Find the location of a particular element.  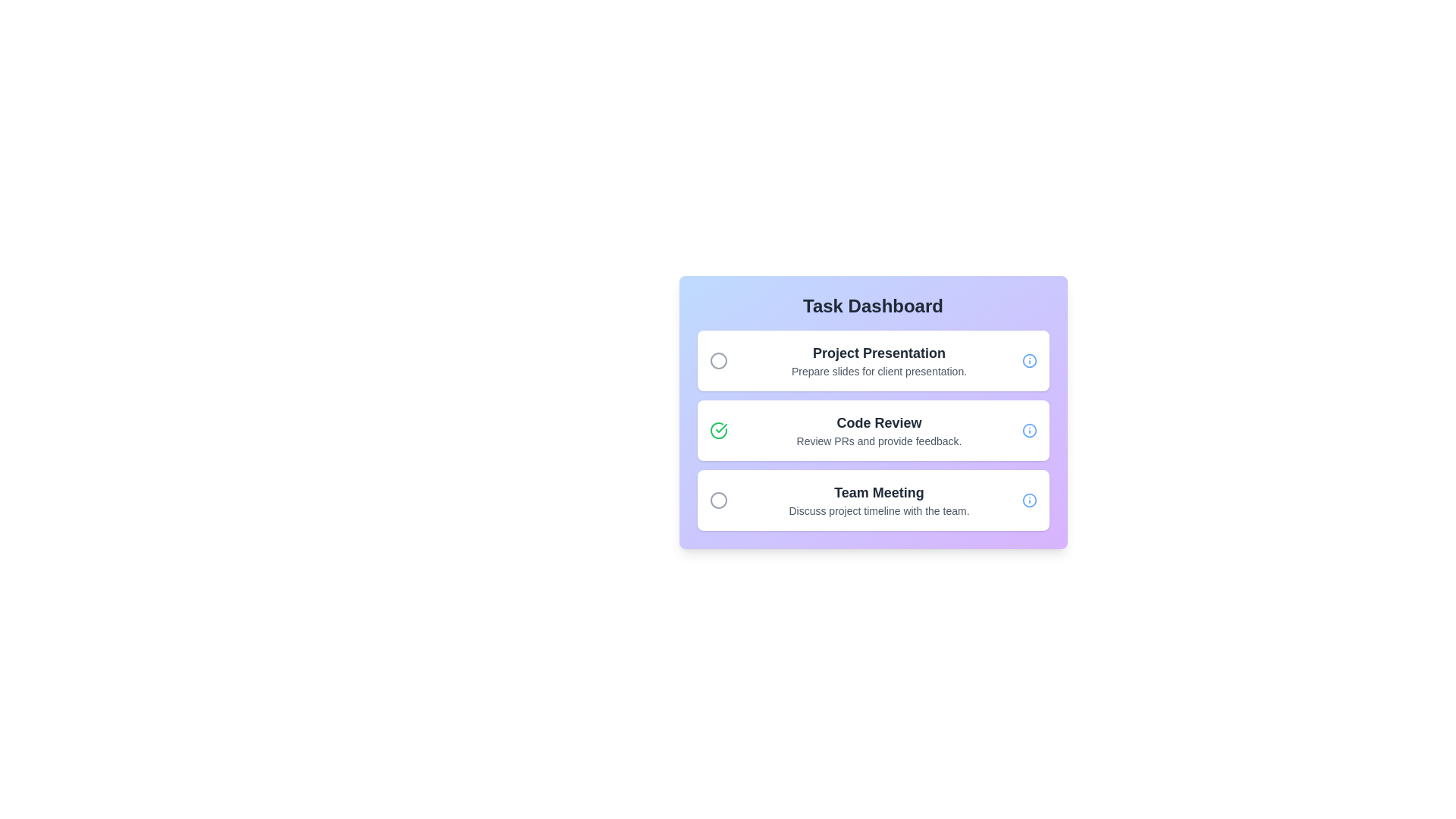

the information icon for the task titled 'Team Meeting' to read its details is located at coordinates (1029, 500).